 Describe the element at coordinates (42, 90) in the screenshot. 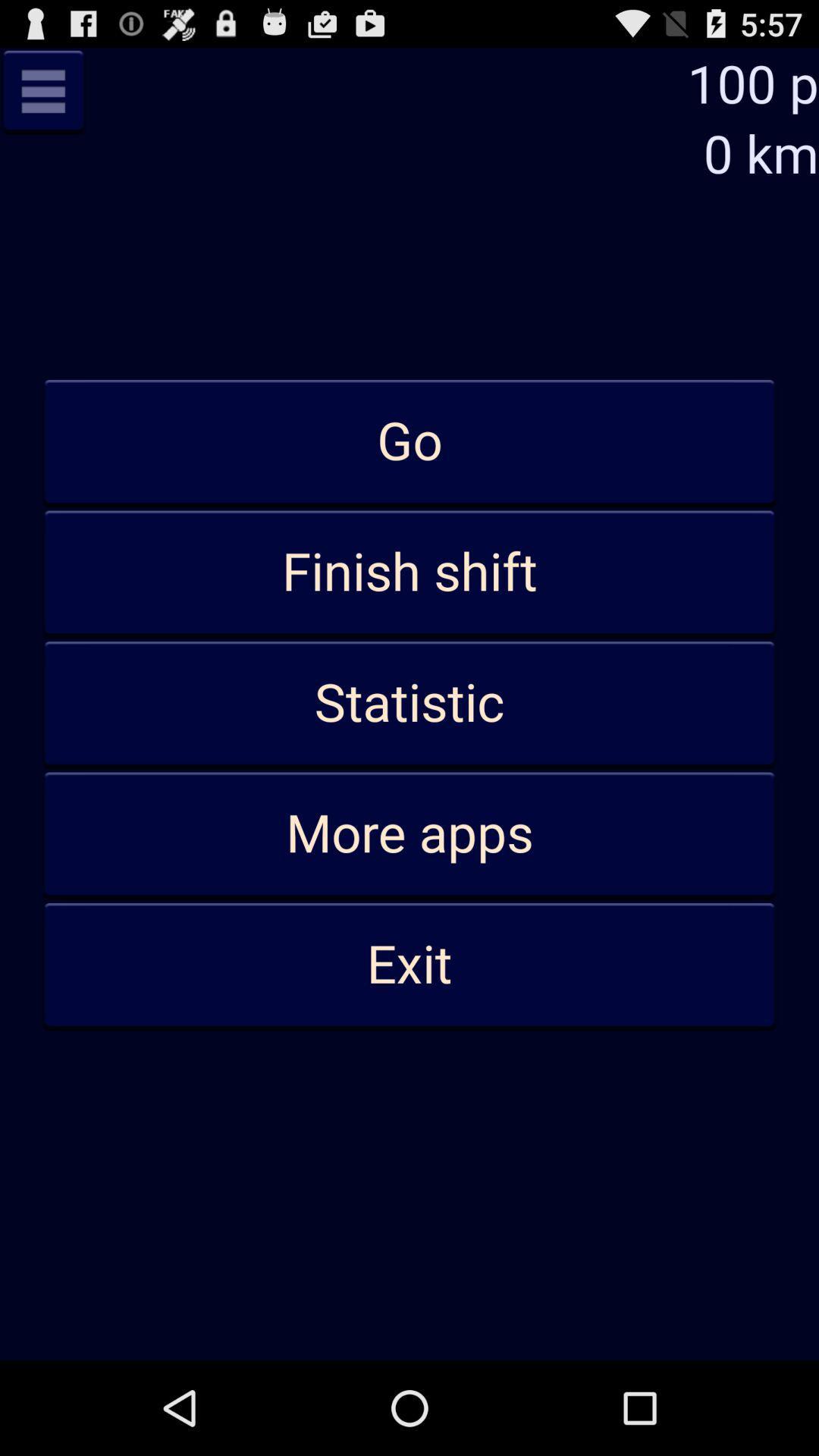

I see `the item above go app` at that location.